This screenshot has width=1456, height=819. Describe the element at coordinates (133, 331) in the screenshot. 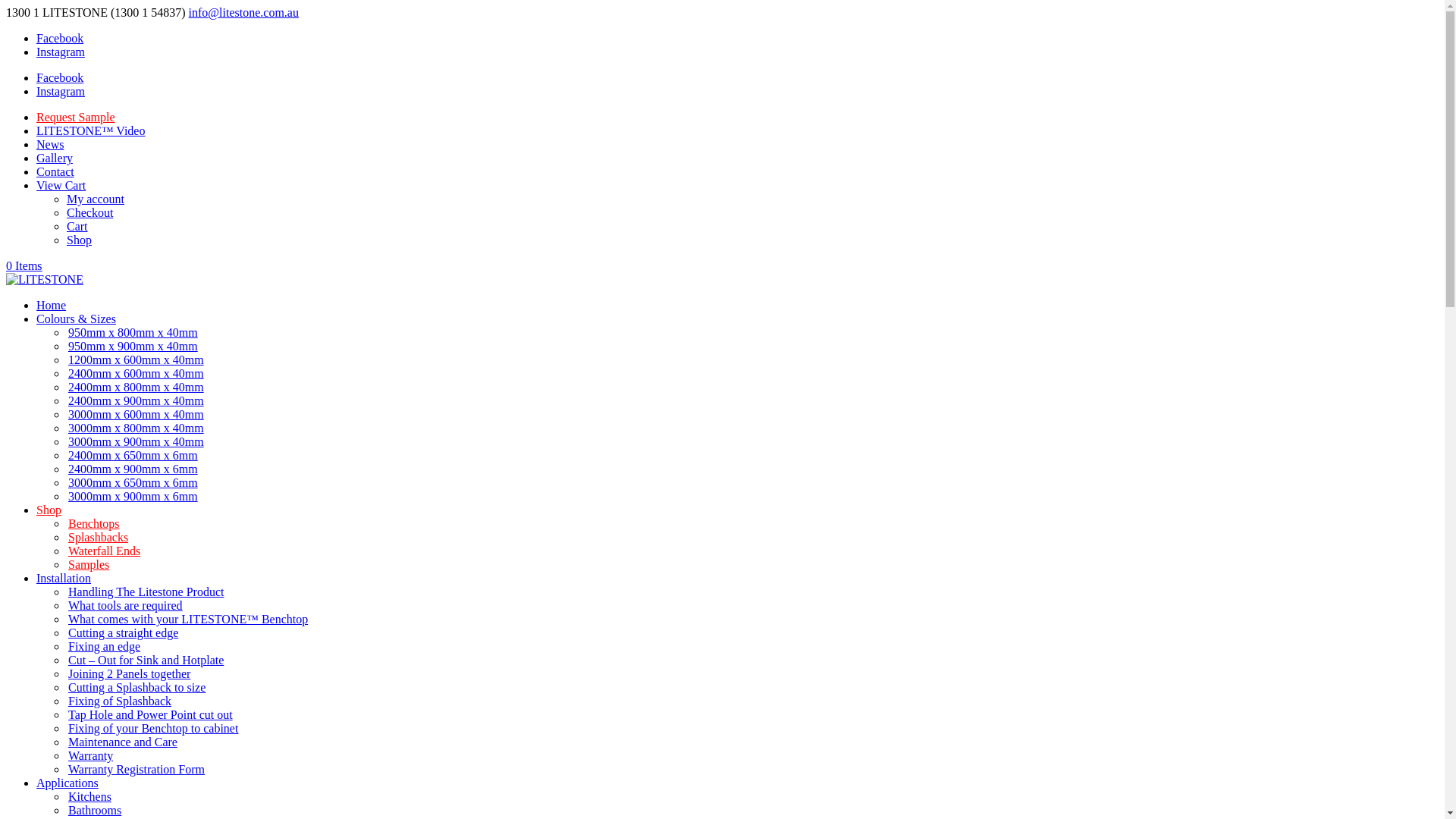

I see `'950mm x 800mm x 40mm'` at that location.